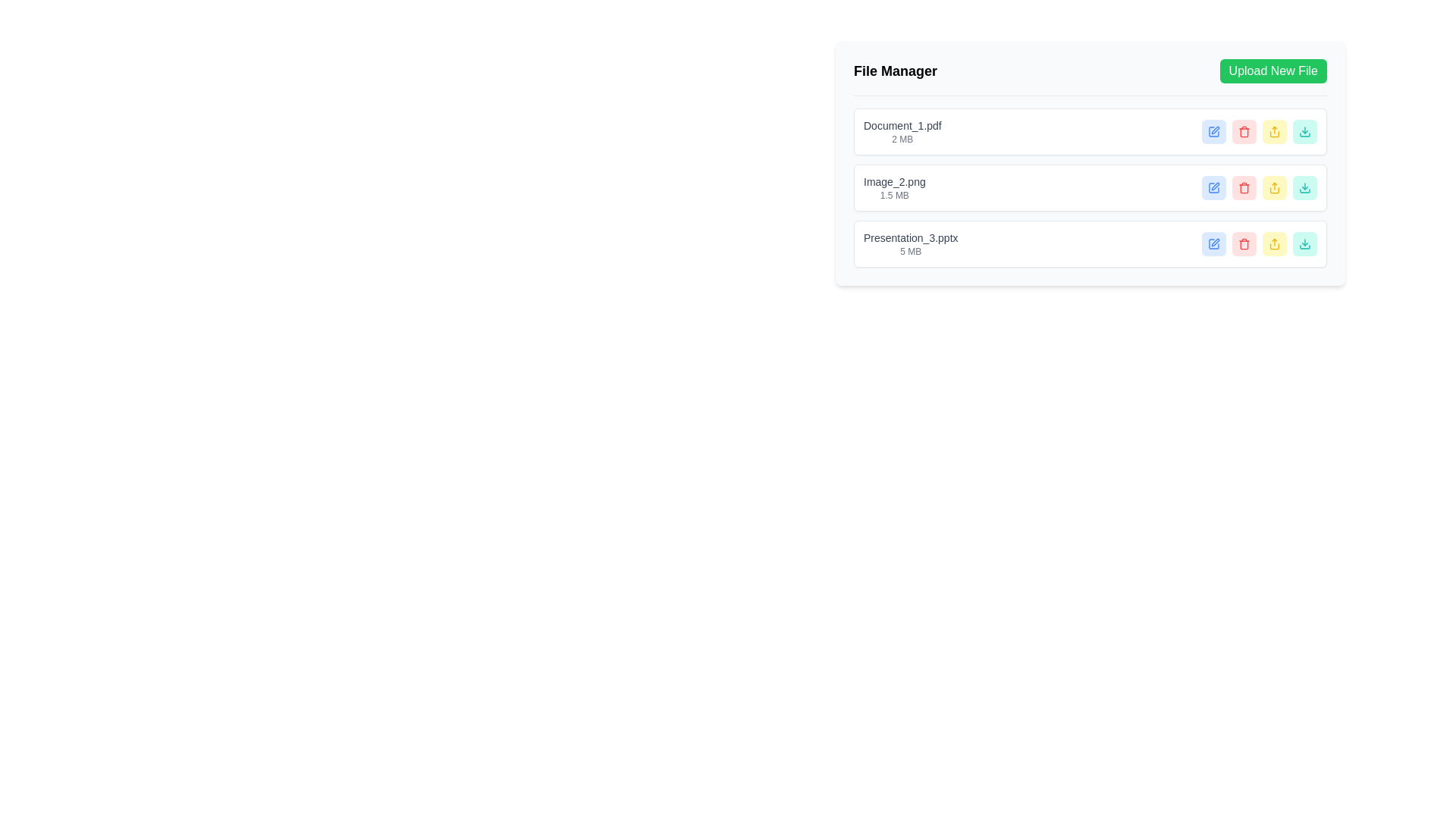  What do you see at coordinates (1274, 130) in the screenshot?
I see `the rectangular button with a yellow background and yellow text featuring a share icon, which is the fourth button from the left in the 'File Manager' section` at bounding box center [1274, 130].